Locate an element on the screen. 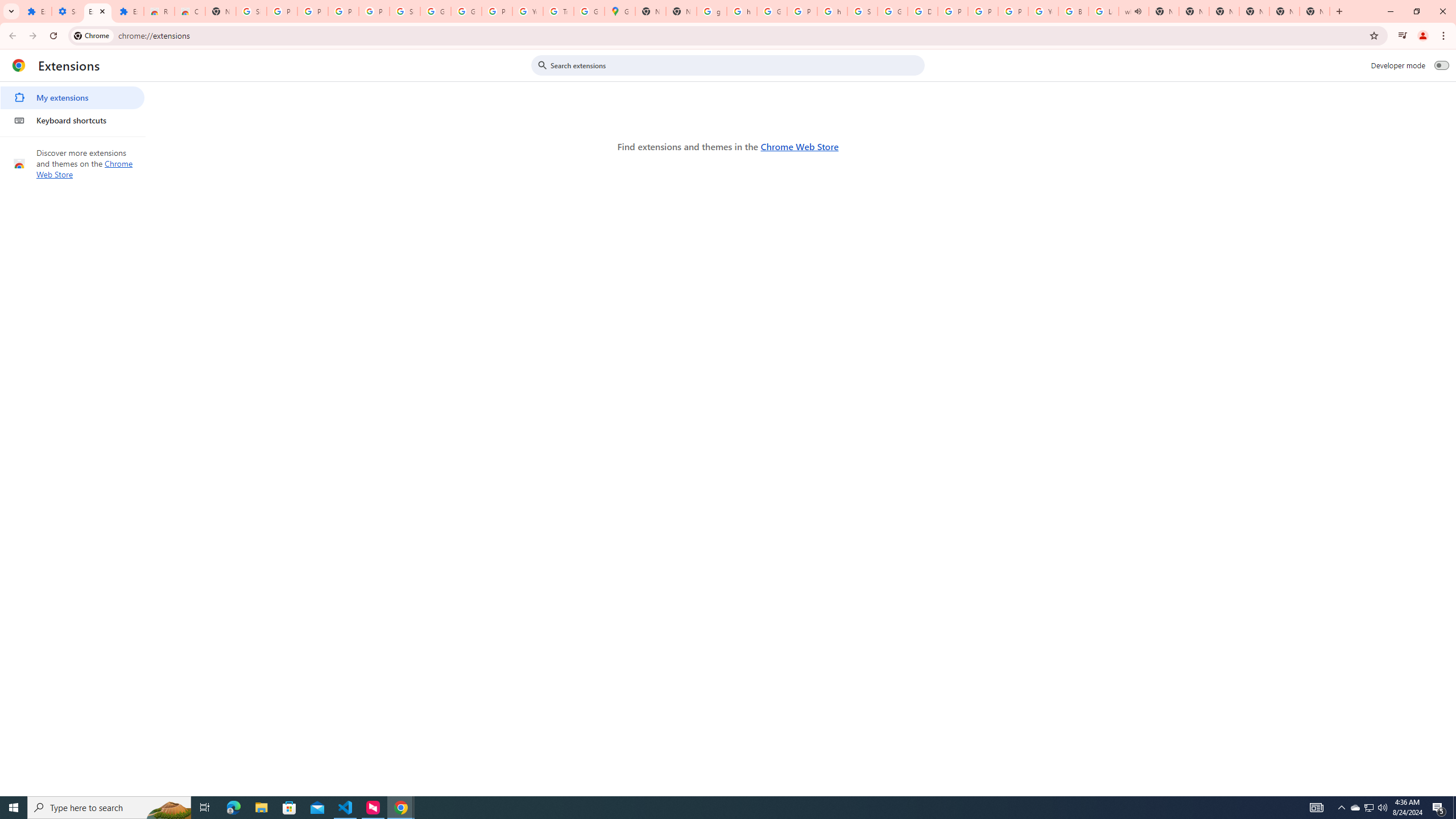 This screenshot has height=819, width=1456. 'Settings' is located at coordinates (67, 11).